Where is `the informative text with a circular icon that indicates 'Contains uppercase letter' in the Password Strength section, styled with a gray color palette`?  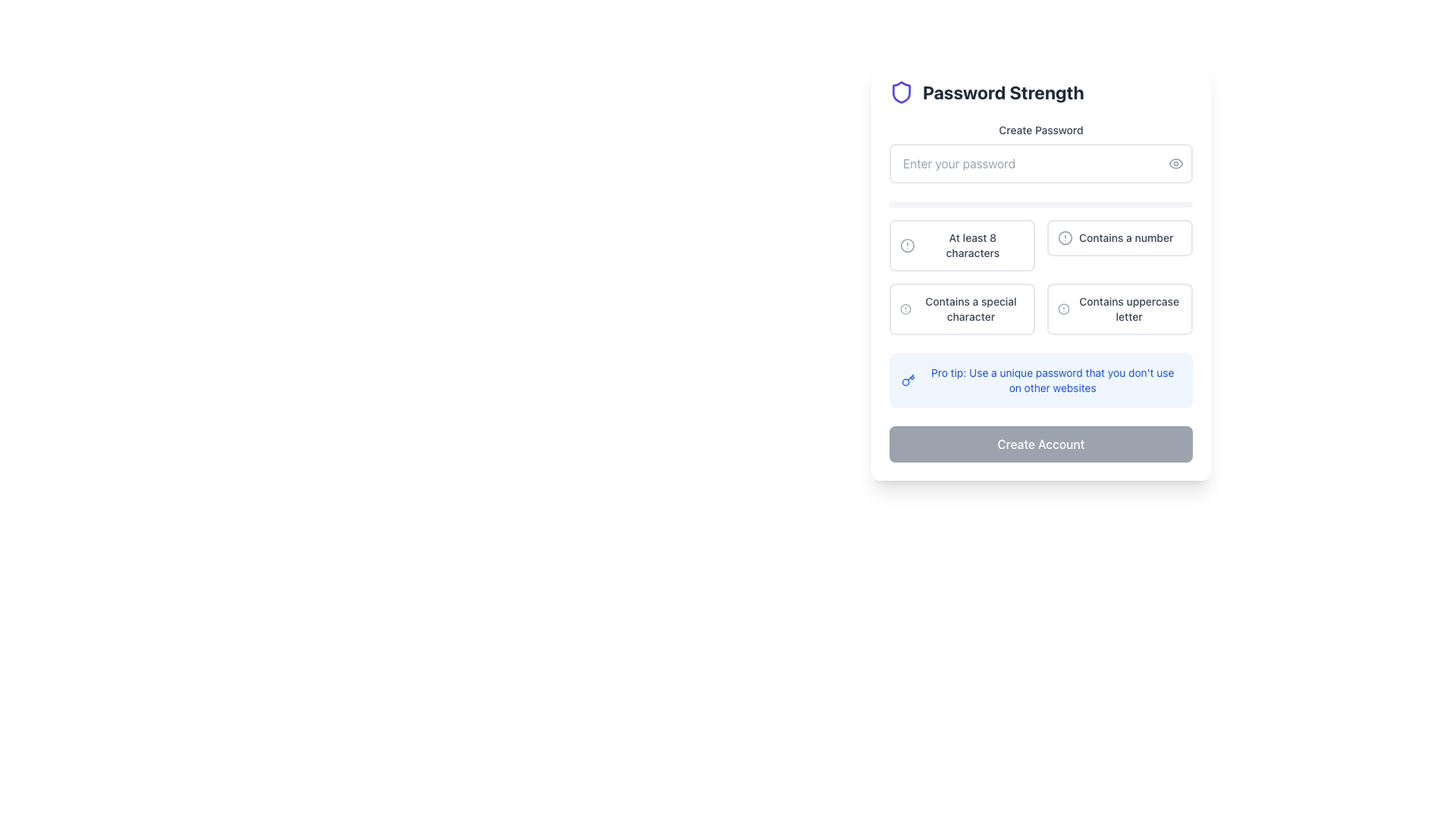
the informative text with a circular icon that indicates 'Contains uppercase letter' in the Password Strength section, styled with a gray color palette is located at coordinates (1120, 309).